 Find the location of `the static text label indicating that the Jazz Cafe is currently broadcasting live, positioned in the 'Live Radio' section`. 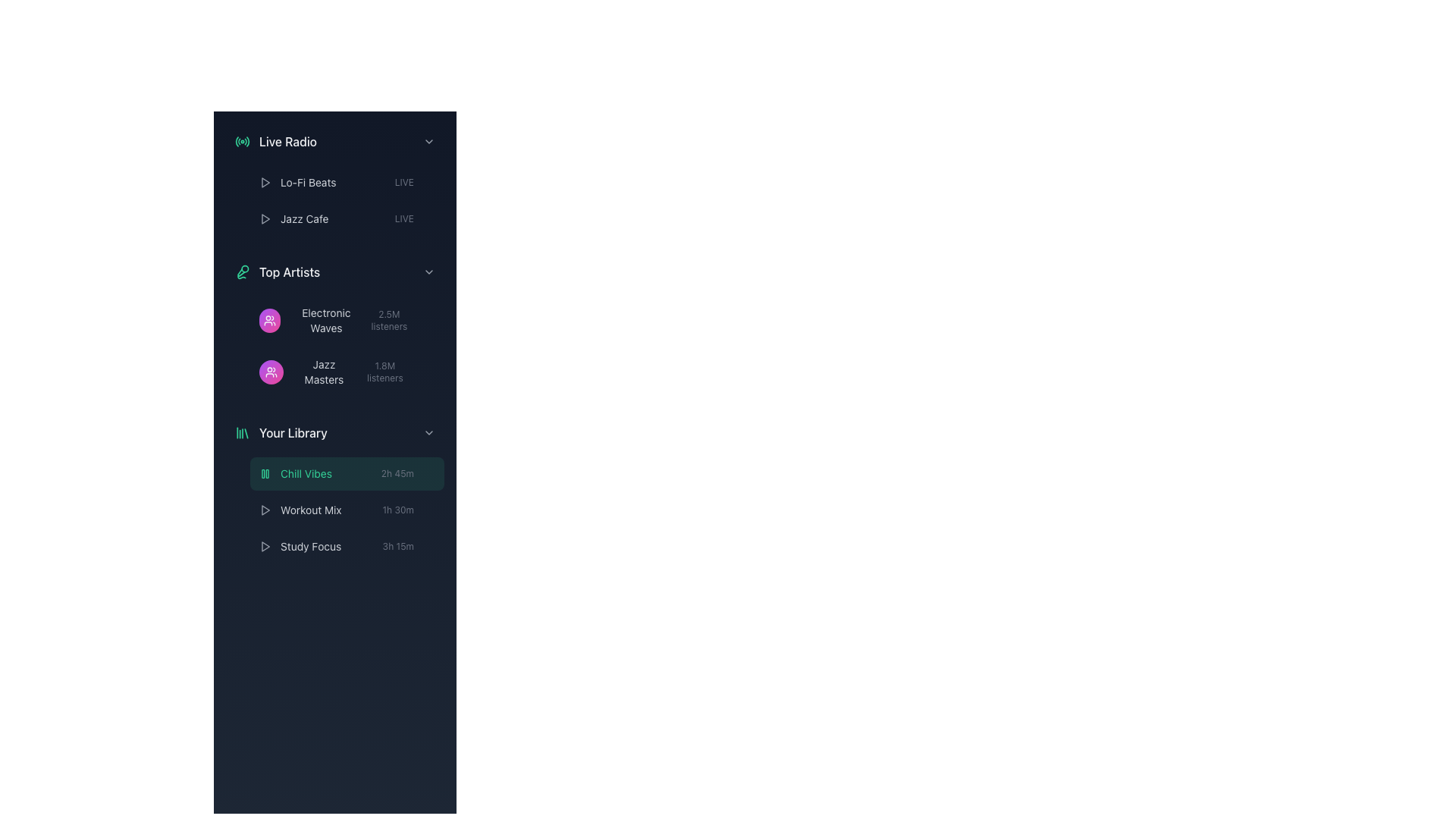

the static text label indicating that the Jazz Cafe is currently broadcasting live, positioned in the 'Live Radio' section is located at coordinates (404, 219).